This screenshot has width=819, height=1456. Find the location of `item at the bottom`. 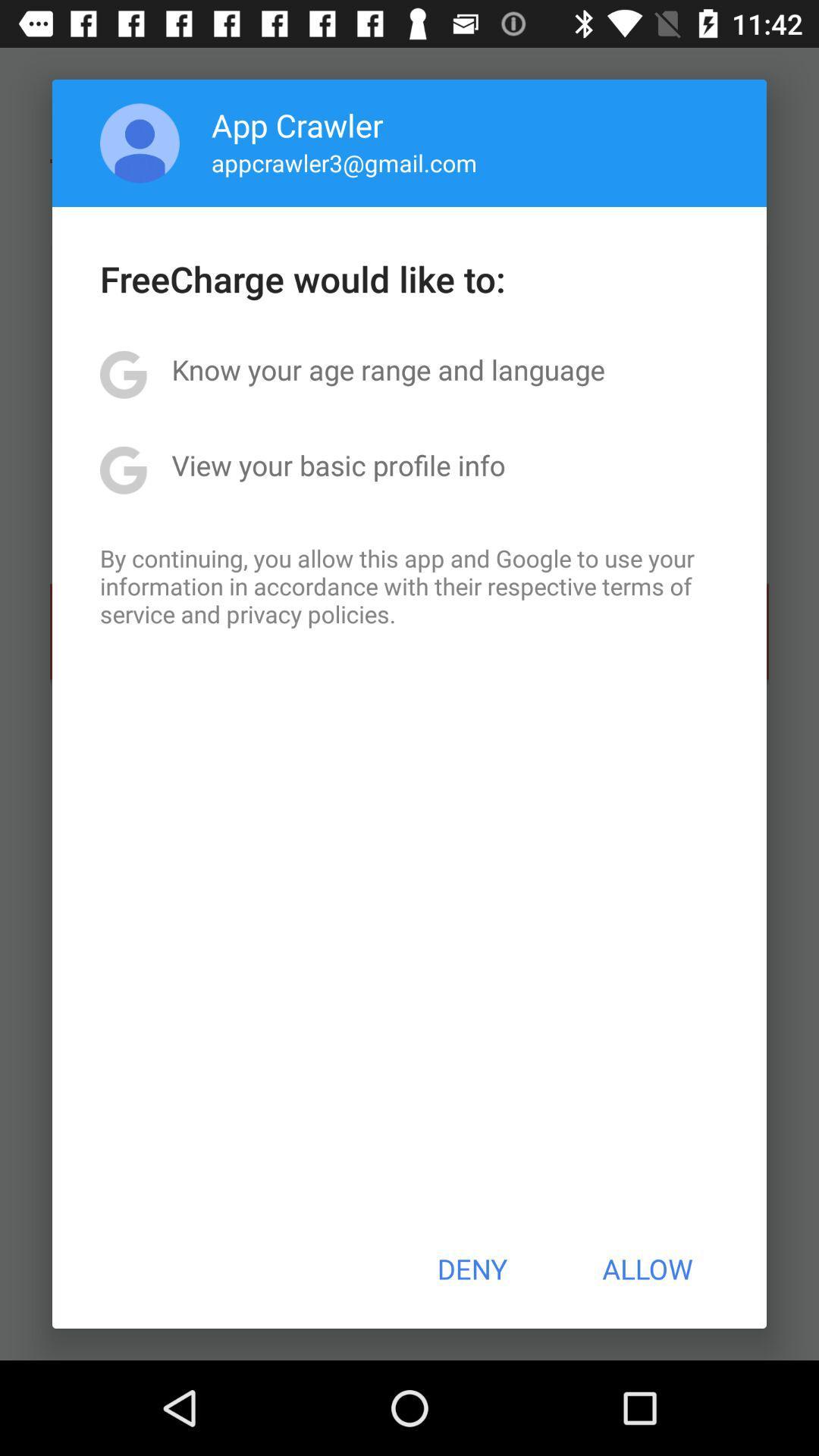

item at the bottom is located at coordinates (471, 1269).